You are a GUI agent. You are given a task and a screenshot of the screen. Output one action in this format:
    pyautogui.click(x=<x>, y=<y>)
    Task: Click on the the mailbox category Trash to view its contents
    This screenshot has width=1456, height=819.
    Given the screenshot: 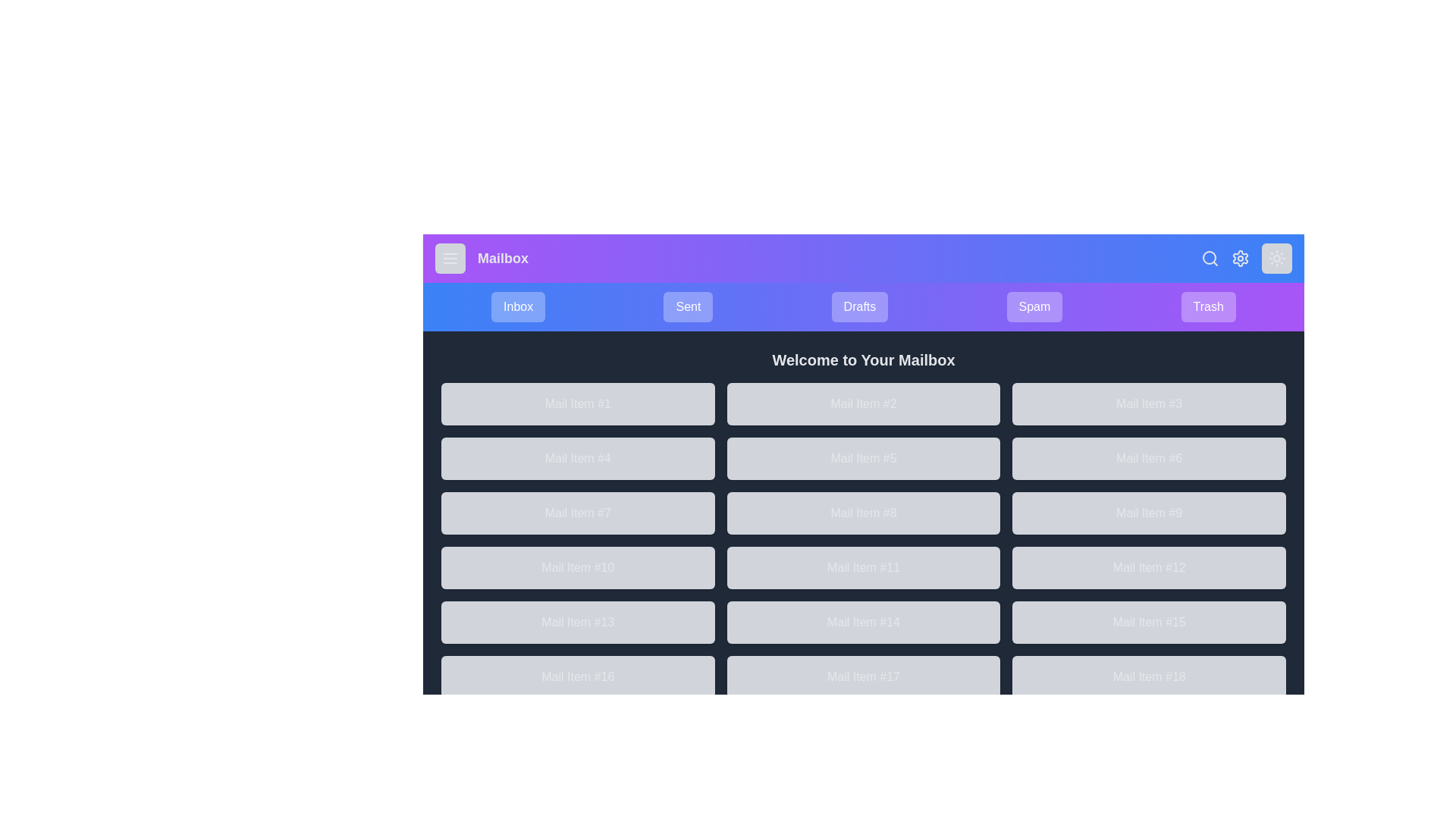 What is the action you would take?
    pyautogui.click(x=1207, y=307)
    